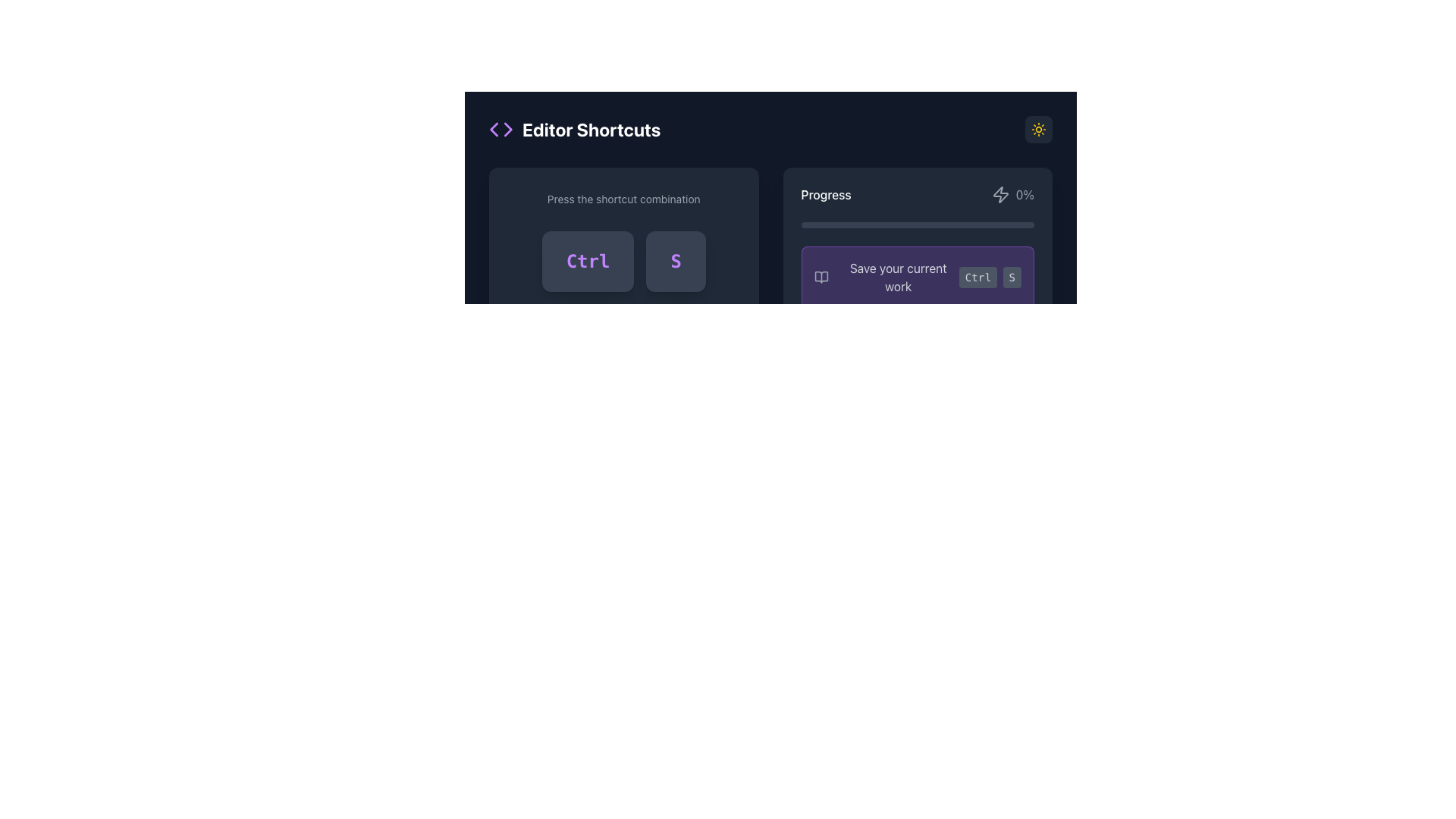  What do you see at coordinates (675, 260) in the screenshot?
I see `the content of the text label containing the character 'S' in a large, bold, monospaced font, which is styled in light purple within a rounded rectangular box with a dark gray background, positioned to the right of the box with 'Ctrl'` at bounding box center [675, 260].